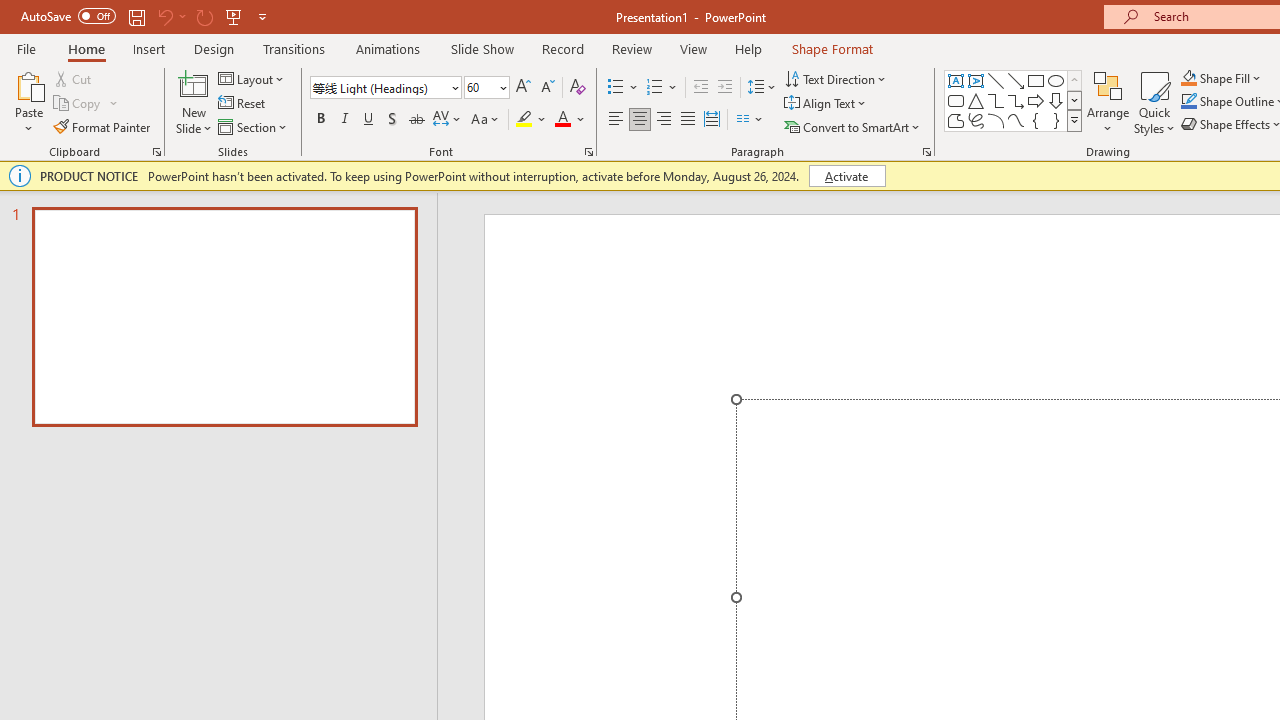 The height and width of the screenshot is (720, 1280). I want to click on 'Review', so click(630, 48).